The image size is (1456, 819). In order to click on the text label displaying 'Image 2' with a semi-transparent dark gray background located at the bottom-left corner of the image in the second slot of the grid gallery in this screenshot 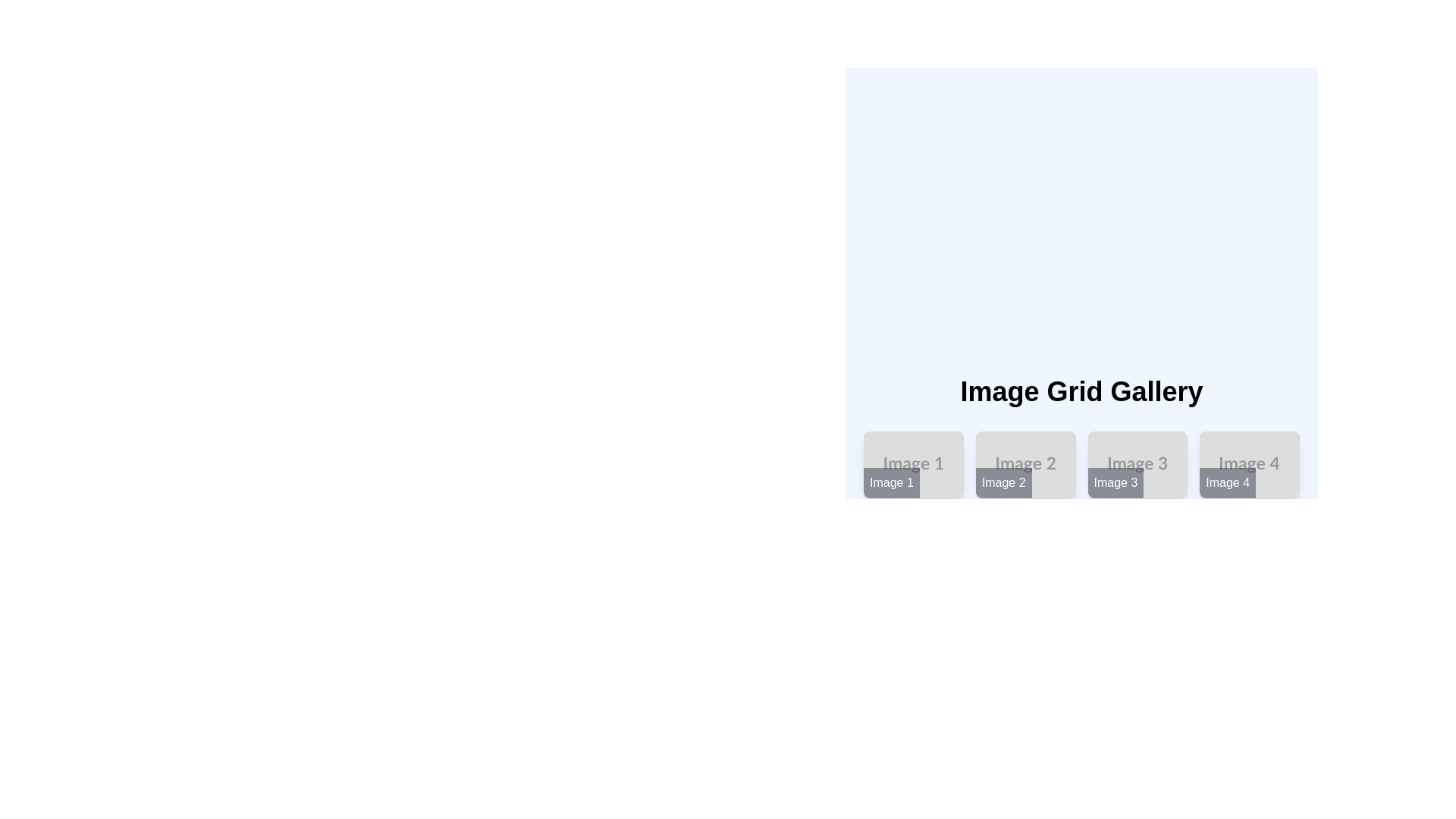, I will do `click(1003, 482)`.